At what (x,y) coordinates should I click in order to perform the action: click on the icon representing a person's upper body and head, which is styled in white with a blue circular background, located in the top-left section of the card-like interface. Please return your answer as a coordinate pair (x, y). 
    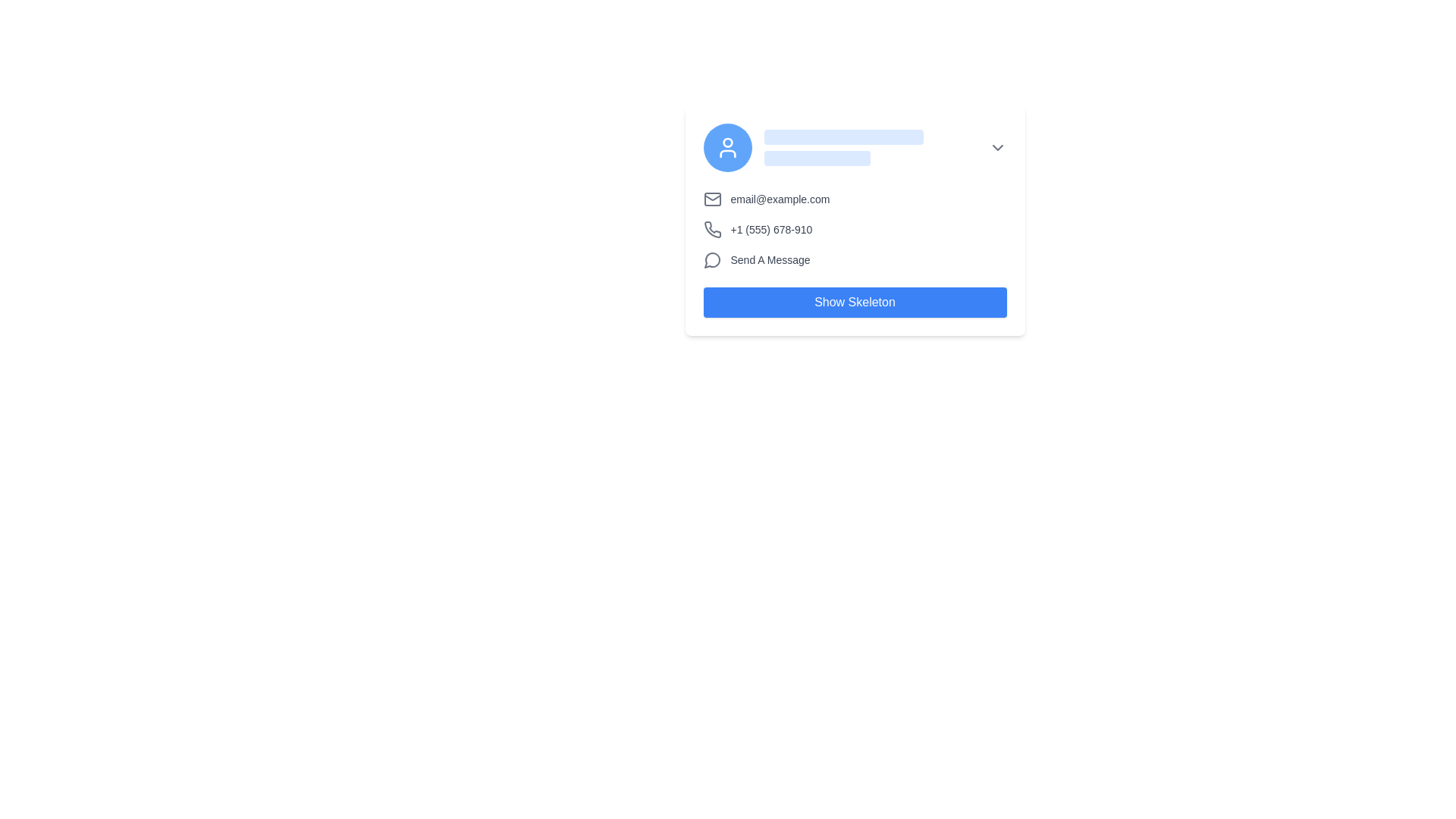
    Looking at the image, I should click on (726, 148).